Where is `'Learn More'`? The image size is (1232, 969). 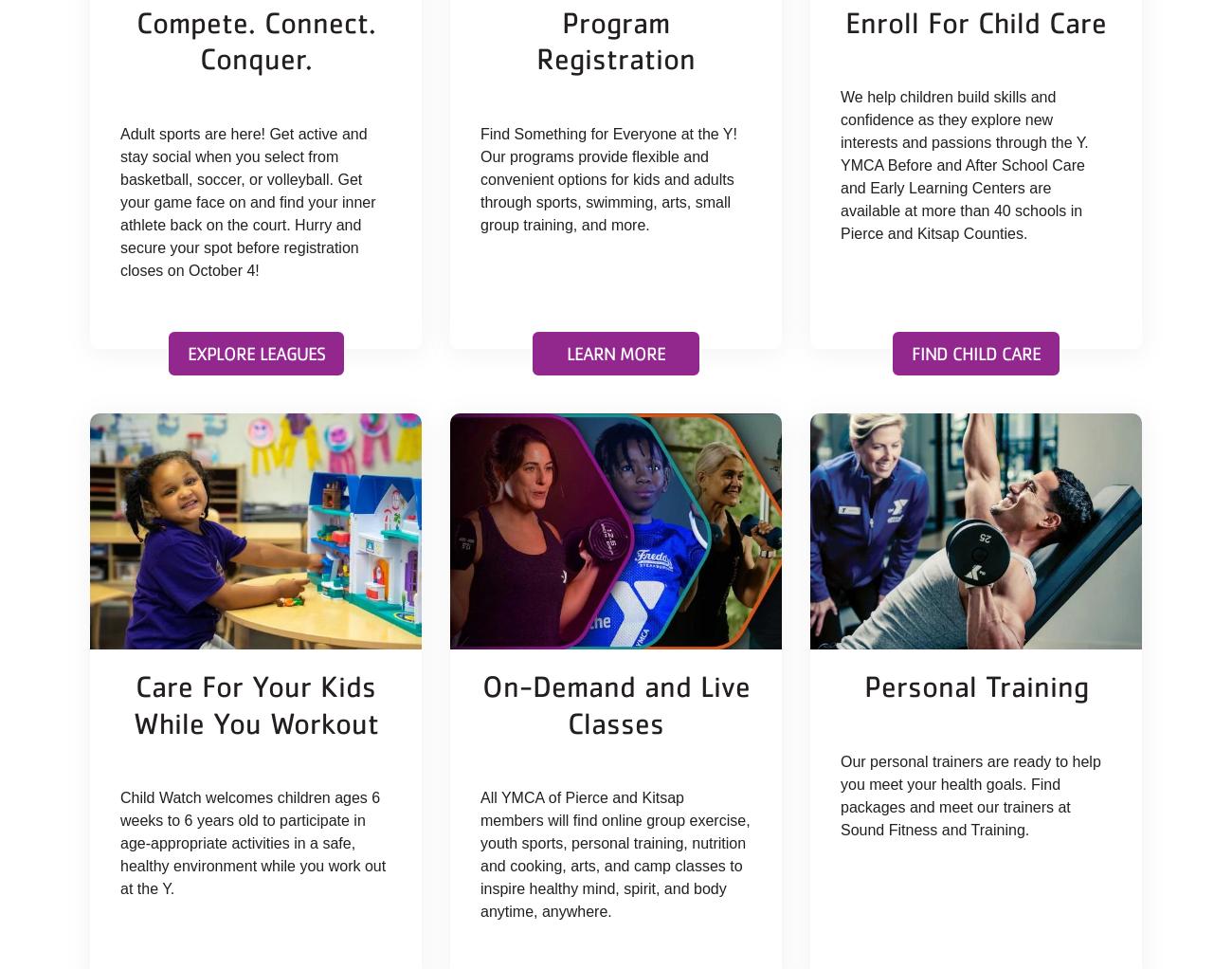
'Learn More' is located at coordinates (567, 352).